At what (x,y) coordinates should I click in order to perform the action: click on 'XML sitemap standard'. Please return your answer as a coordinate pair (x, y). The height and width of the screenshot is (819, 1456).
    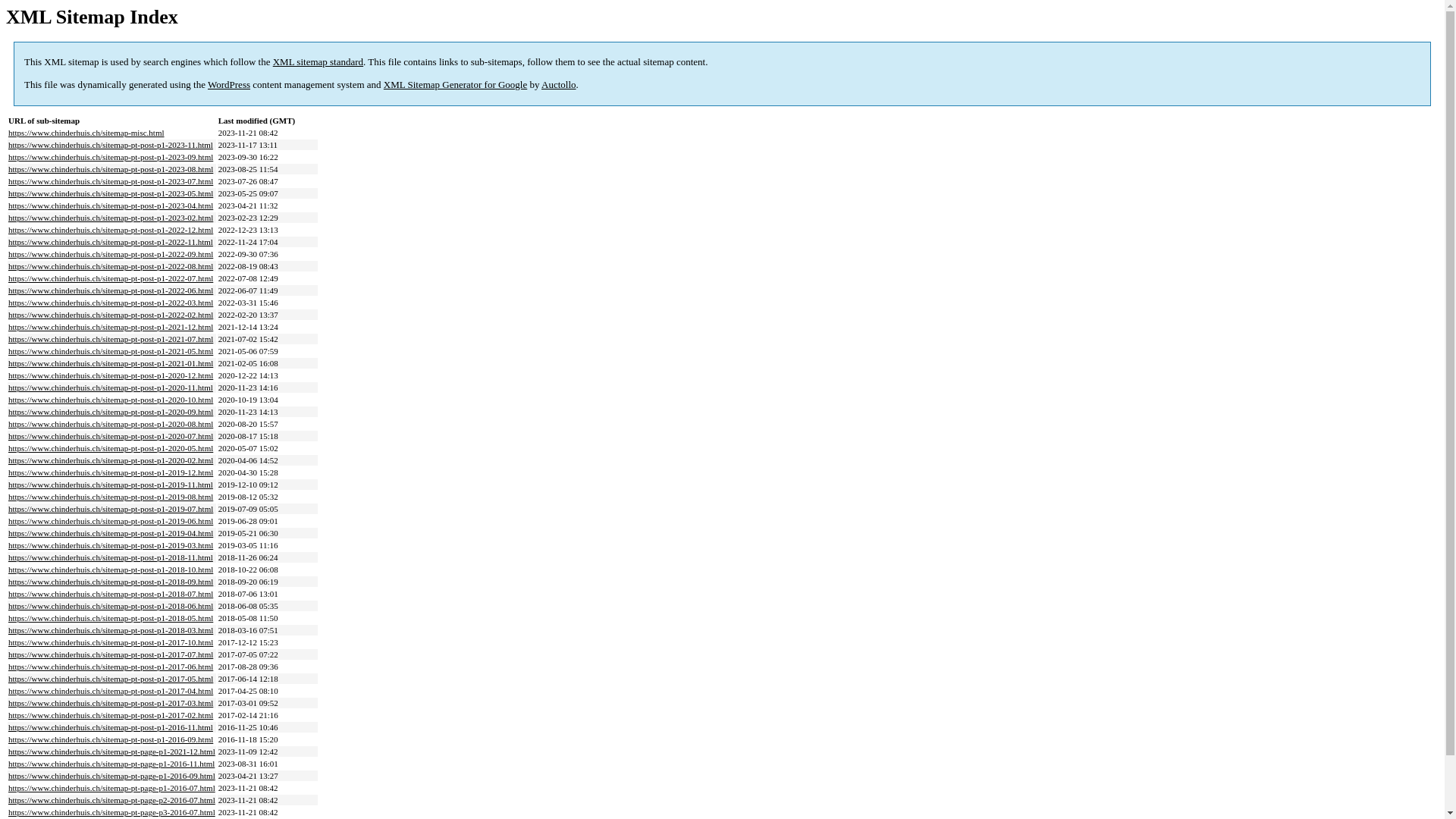
    Looking at the image, I should click on (317, 61).